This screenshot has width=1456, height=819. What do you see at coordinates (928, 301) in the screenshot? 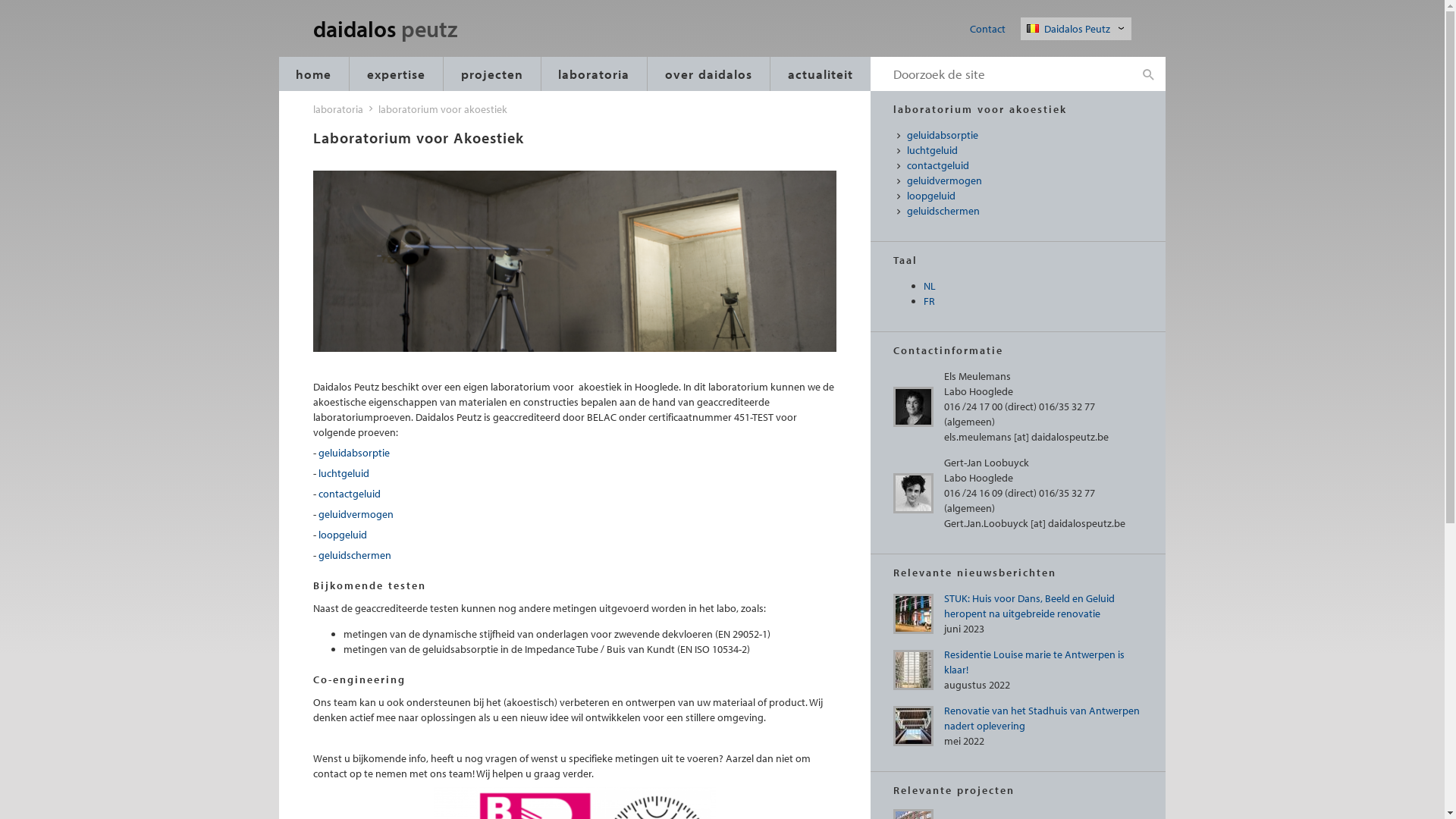
I see `'FR'` at bounding box center [928, 301].